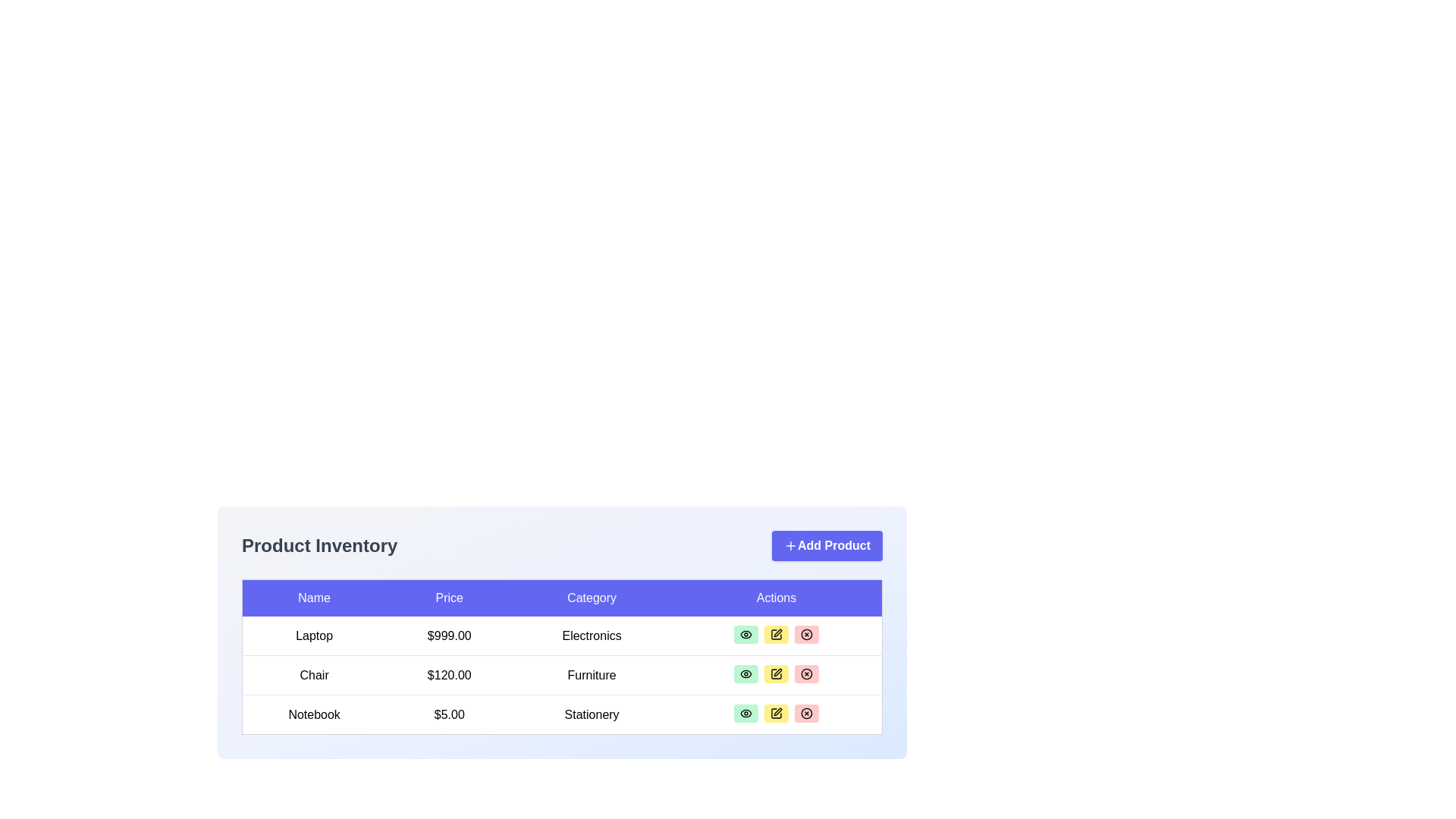 This screenshot has width=1456, height=819. Describe the element at coordinates (805, 714) in the screenshot. I see `the delete button located in the 'Actions' column of the 'Product Inventory' table for the 'Stationery' category to initiate the deletion process for the associated product` at that location.